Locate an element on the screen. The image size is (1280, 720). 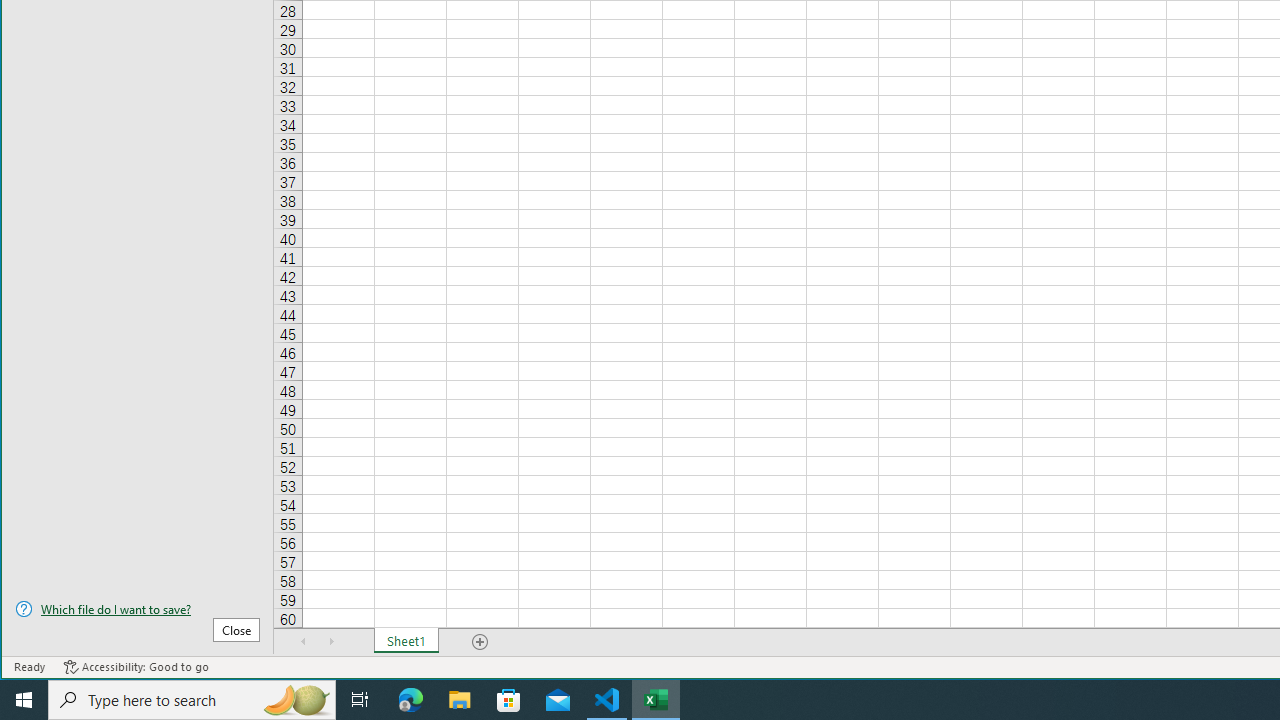
'Search highlights icon opens search home window' is located at coordinates (294, 698).